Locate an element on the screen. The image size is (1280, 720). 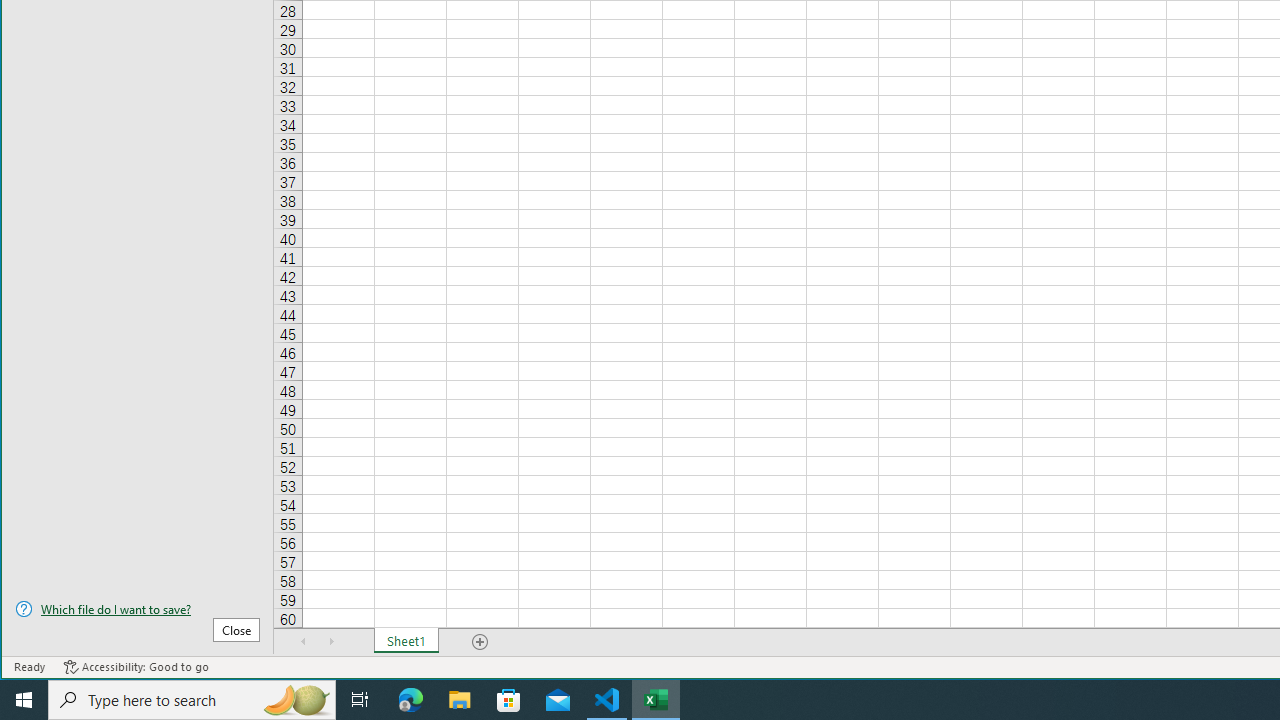
'Search highlights icon opens search home window' is located at coordinates (294, 698).